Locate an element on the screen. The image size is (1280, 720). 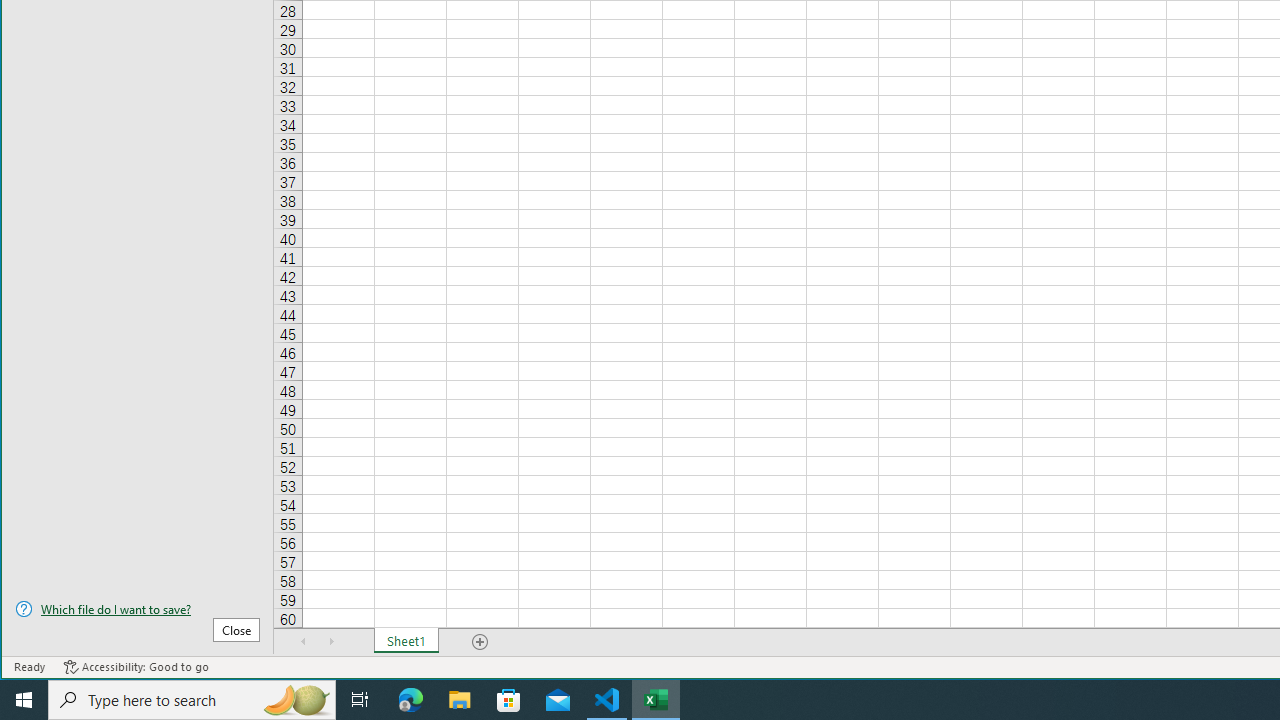
'Search highlights icon opens search home window' is located at coordinates (294, 698).